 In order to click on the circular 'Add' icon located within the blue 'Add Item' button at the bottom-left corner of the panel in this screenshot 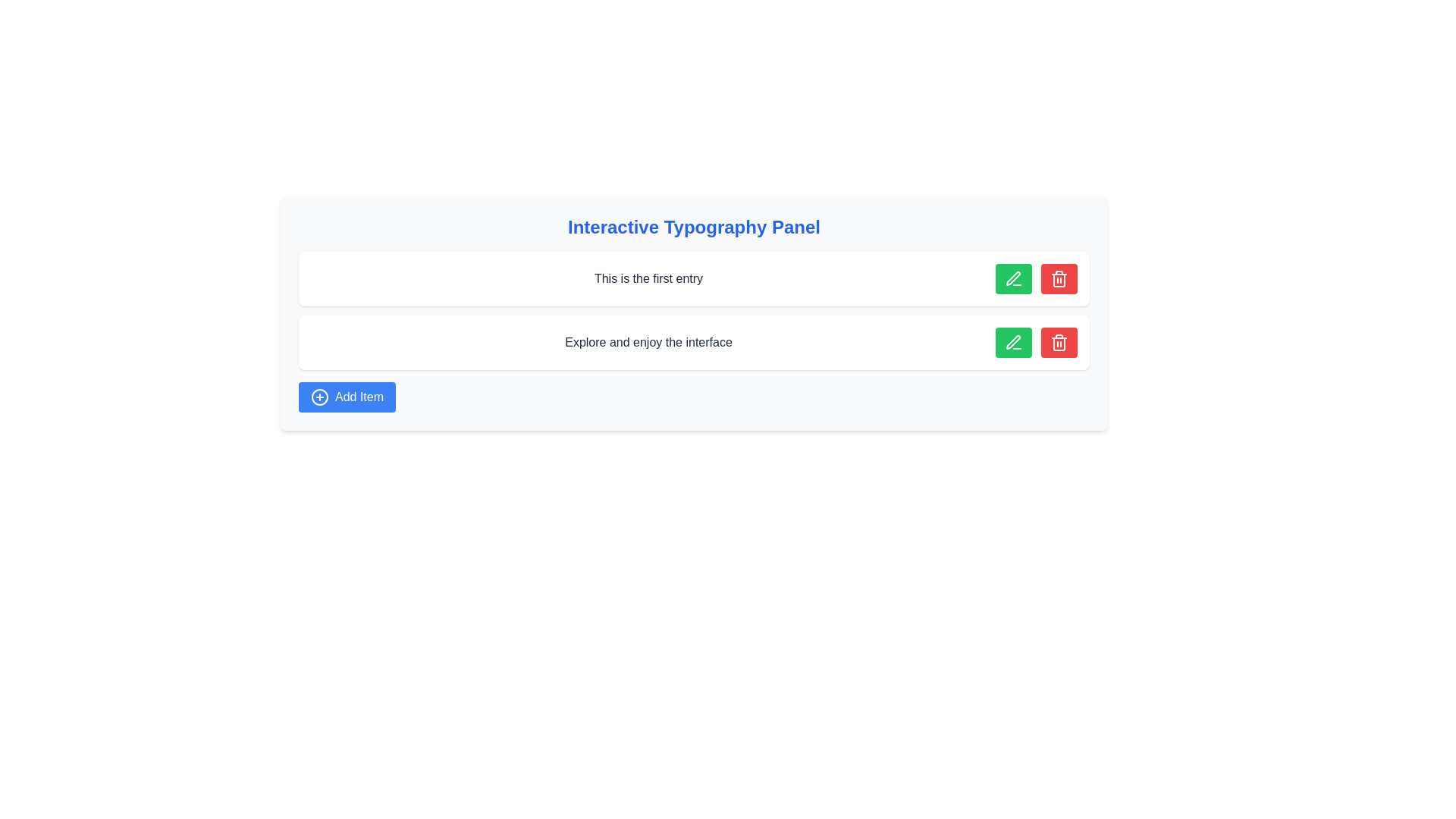, I will do `click(319, 397)`.